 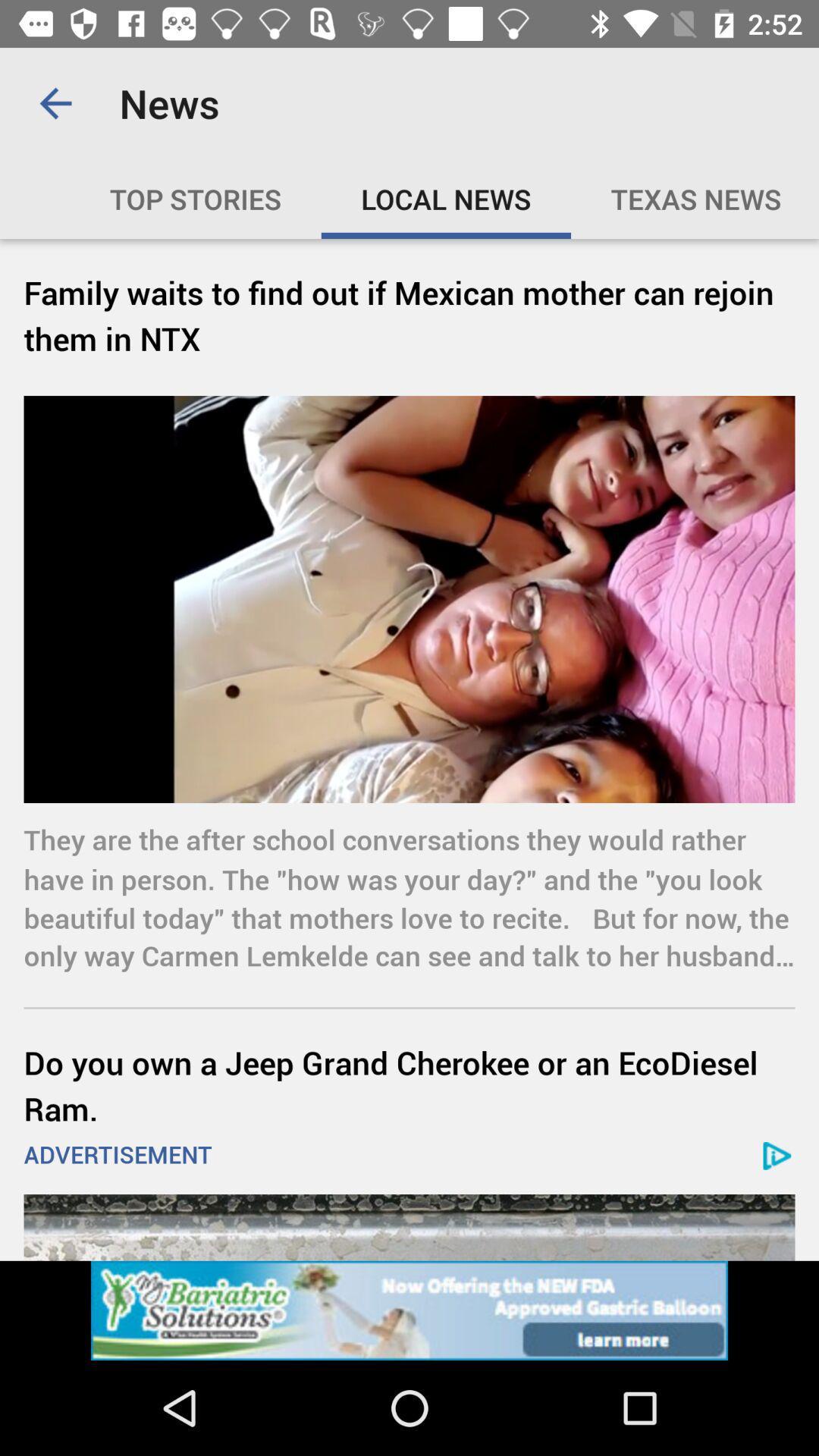 What do you see at coordinates (409, 1227) in the screenshot?
I see `opens a advertisement` at bounding box center [409, 1227].